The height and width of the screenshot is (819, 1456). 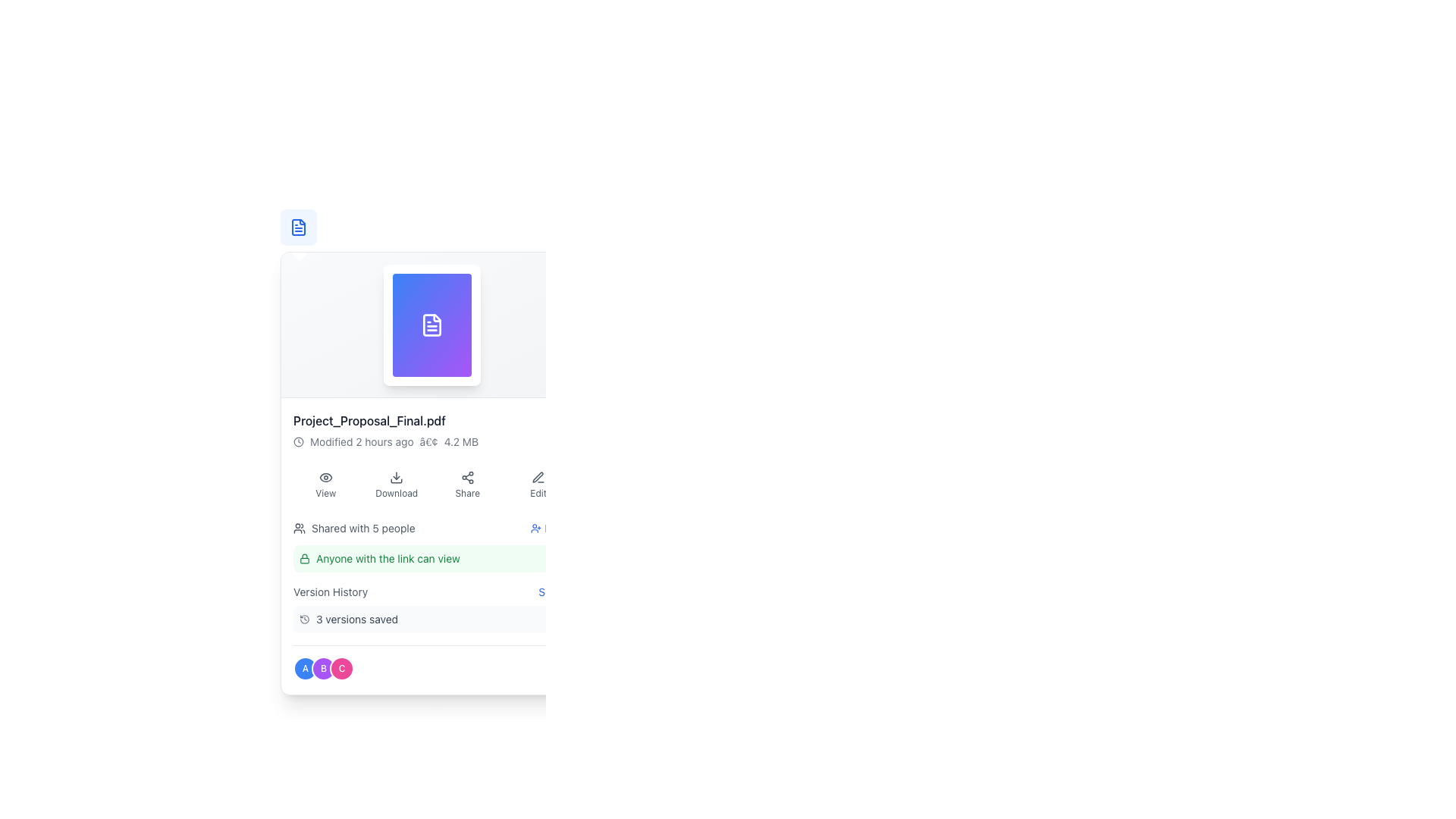 What do you see at coordinates (397, 485) in the screenshot?
I see `the 'Download' button, which features a downward arrow icon and the text 'Download' in a smaller font, to initiate the download process` at bounding box center [397, 485].